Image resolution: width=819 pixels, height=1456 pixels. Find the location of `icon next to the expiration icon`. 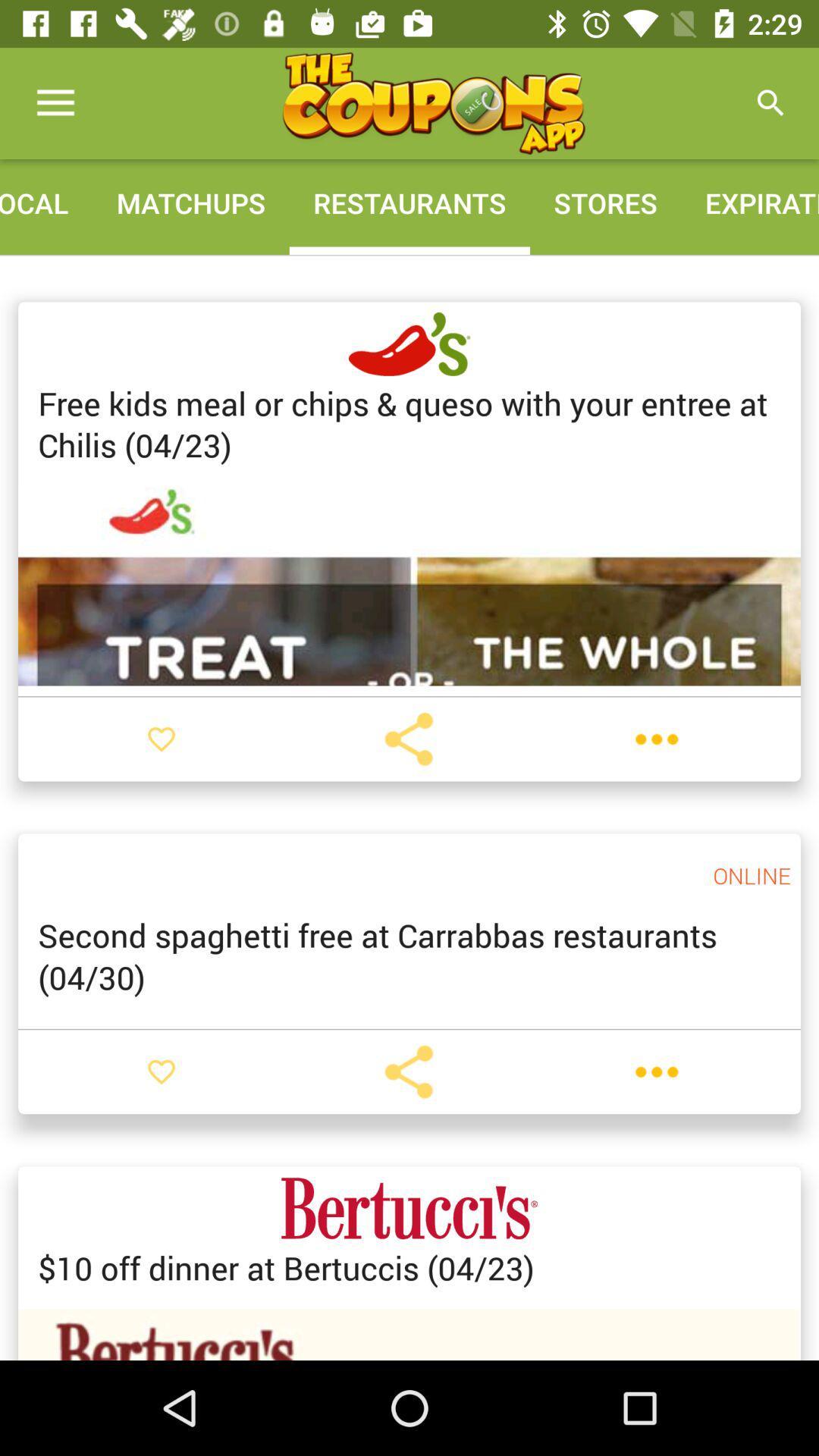

icon next to the expiration icon is located at coordinates (604, 202).